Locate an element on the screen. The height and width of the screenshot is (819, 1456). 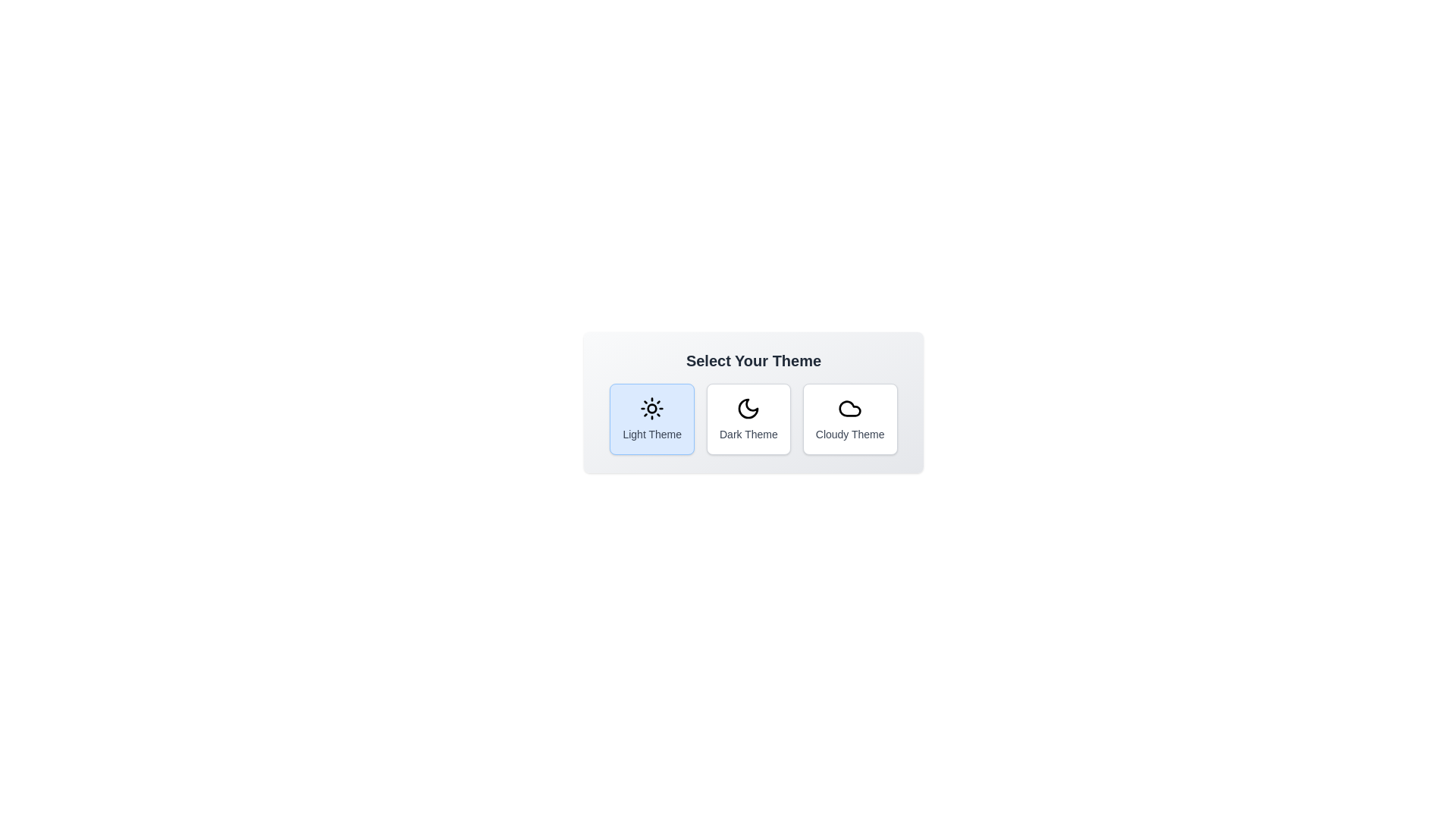
the 'Dark Theme' button, which is the middle button in a row of three, featuring a crescent moon icon and the text 'Dark Theme' is located at coordinates (753, 419).